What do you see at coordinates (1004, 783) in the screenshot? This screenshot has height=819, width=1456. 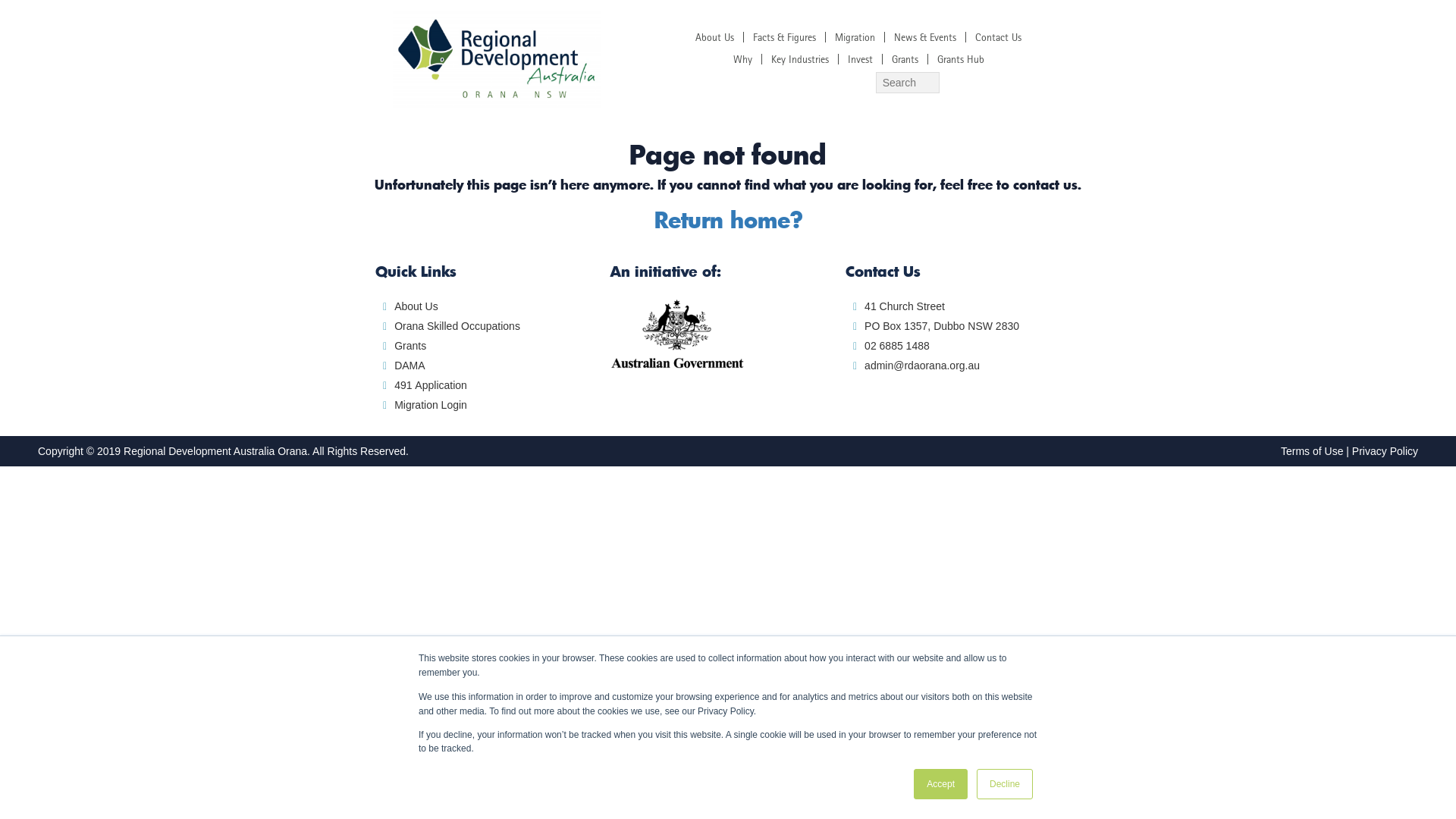 I see `'Decline'` at bounding box center [1004, 783].